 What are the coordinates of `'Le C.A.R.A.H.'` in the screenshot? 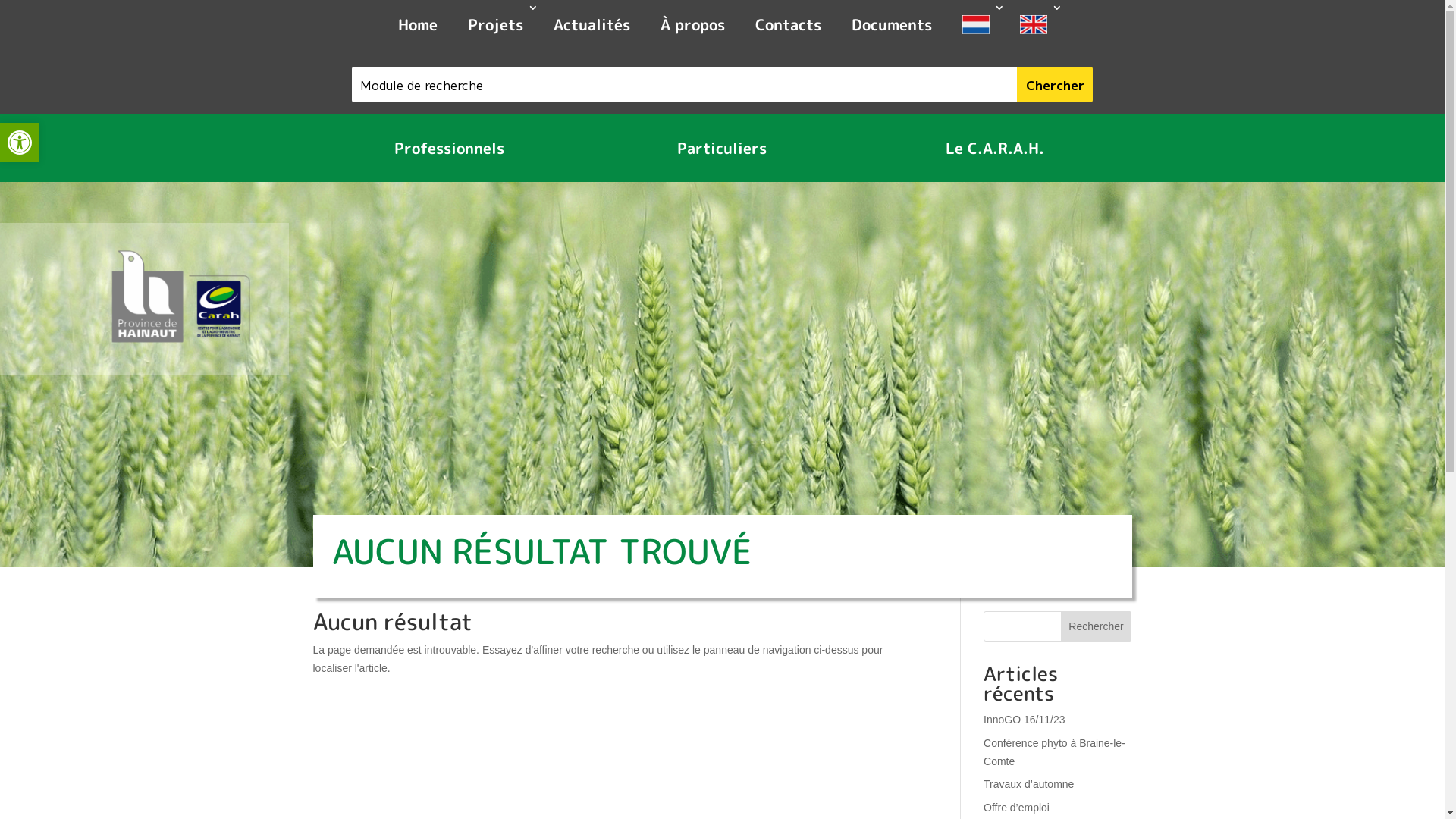 It's located at (994, 148).